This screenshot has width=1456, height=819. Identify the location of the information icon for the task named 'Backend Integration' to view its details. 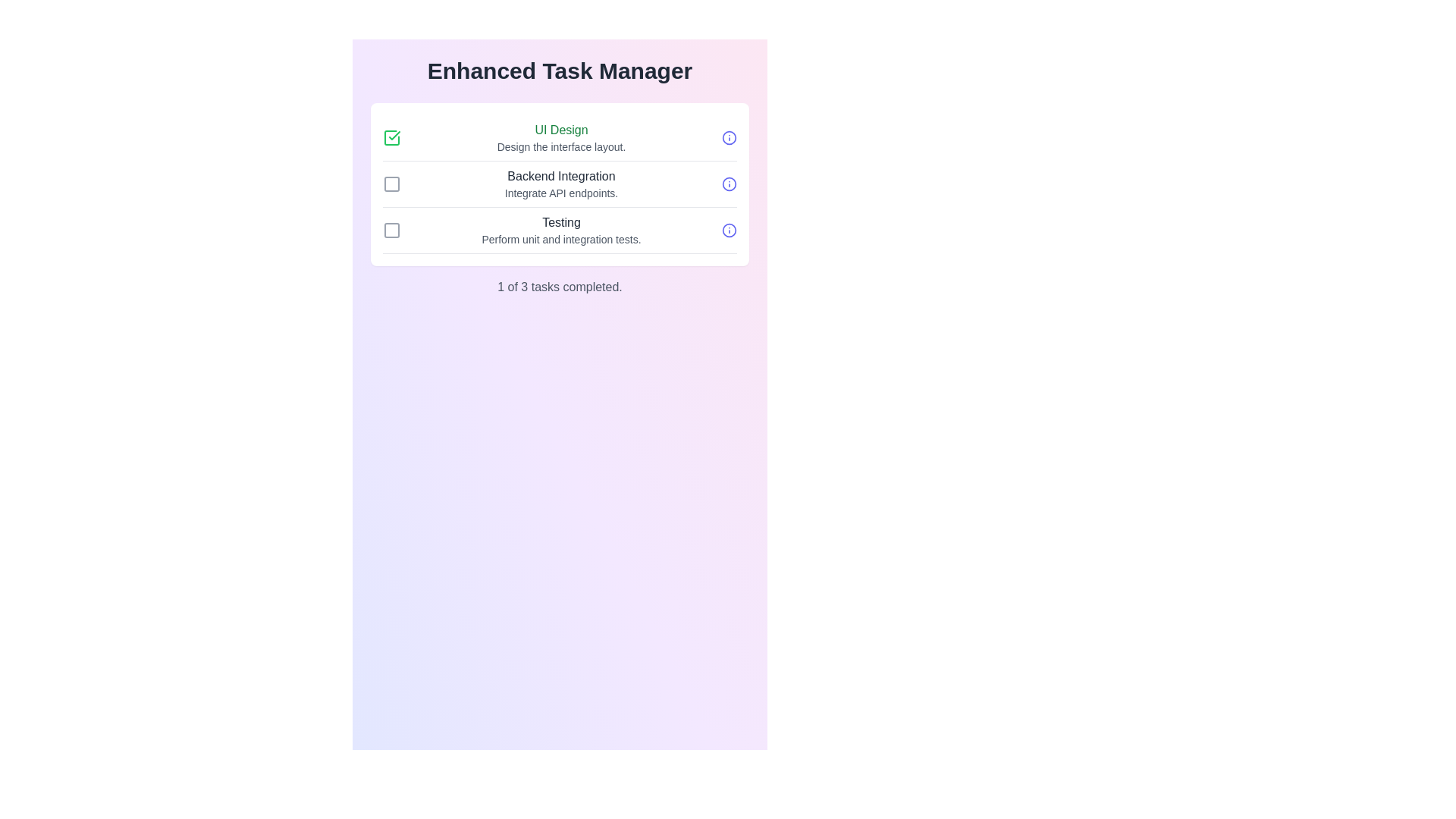
(729, 184).